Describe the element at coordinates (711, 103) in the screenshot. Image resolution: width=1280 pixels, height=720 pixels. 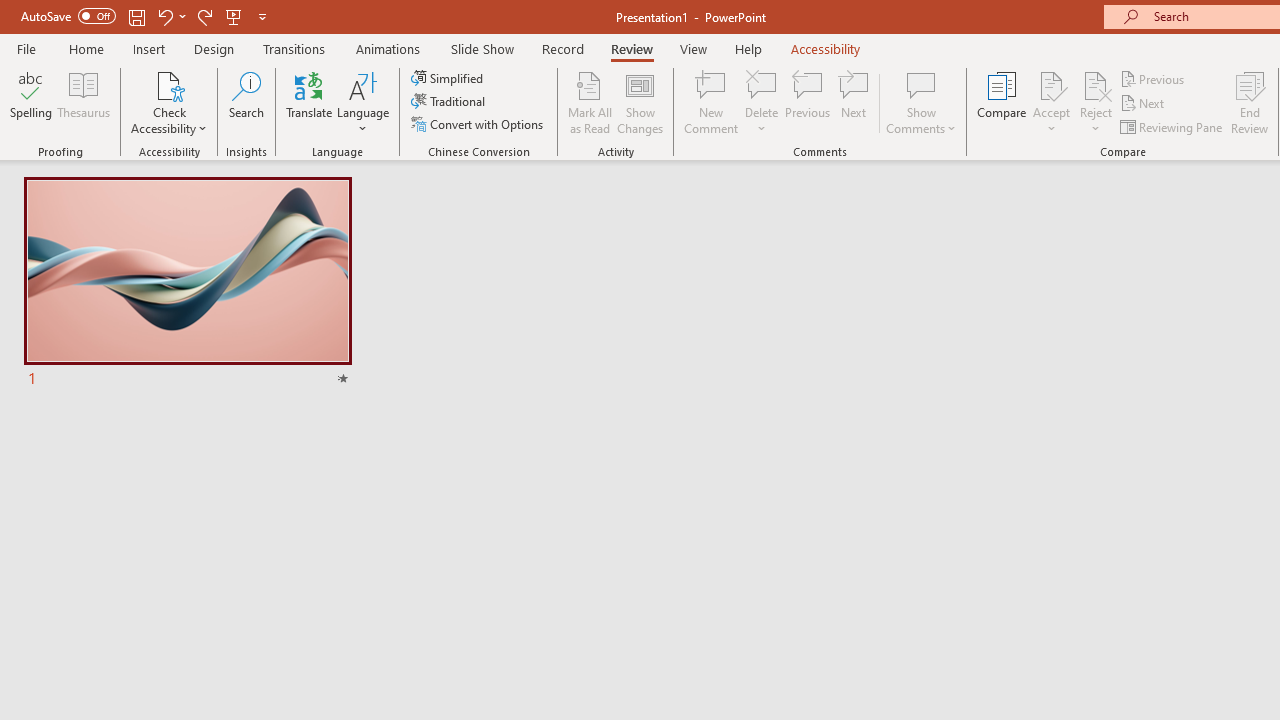
I see `'New Comment'` at that location.